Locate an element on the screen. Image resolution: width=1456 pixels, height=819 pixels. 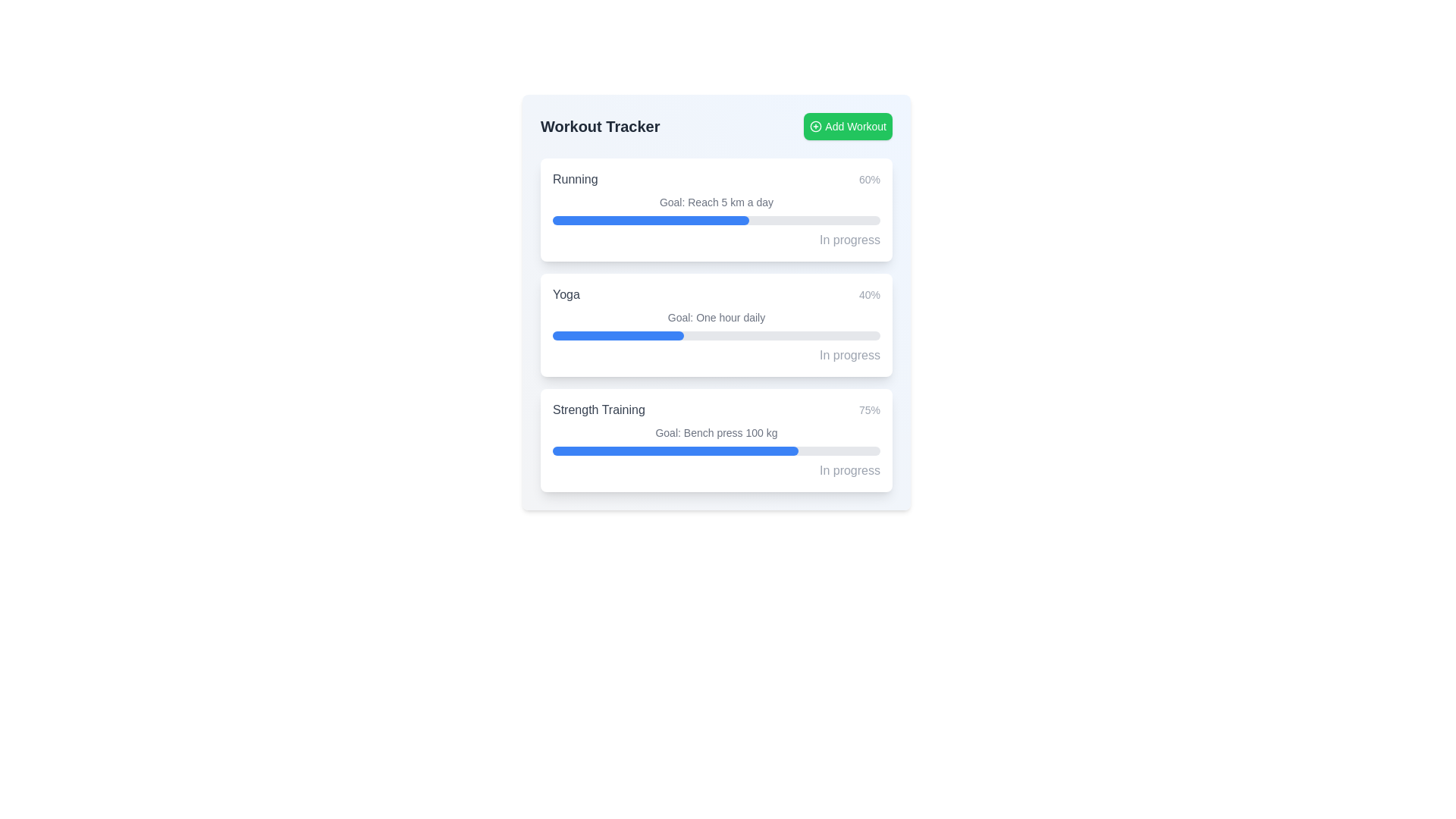
the horizontal blue progress bar representing 60% completion level within the 'Running' task entry is located at coordinates (651, 220).